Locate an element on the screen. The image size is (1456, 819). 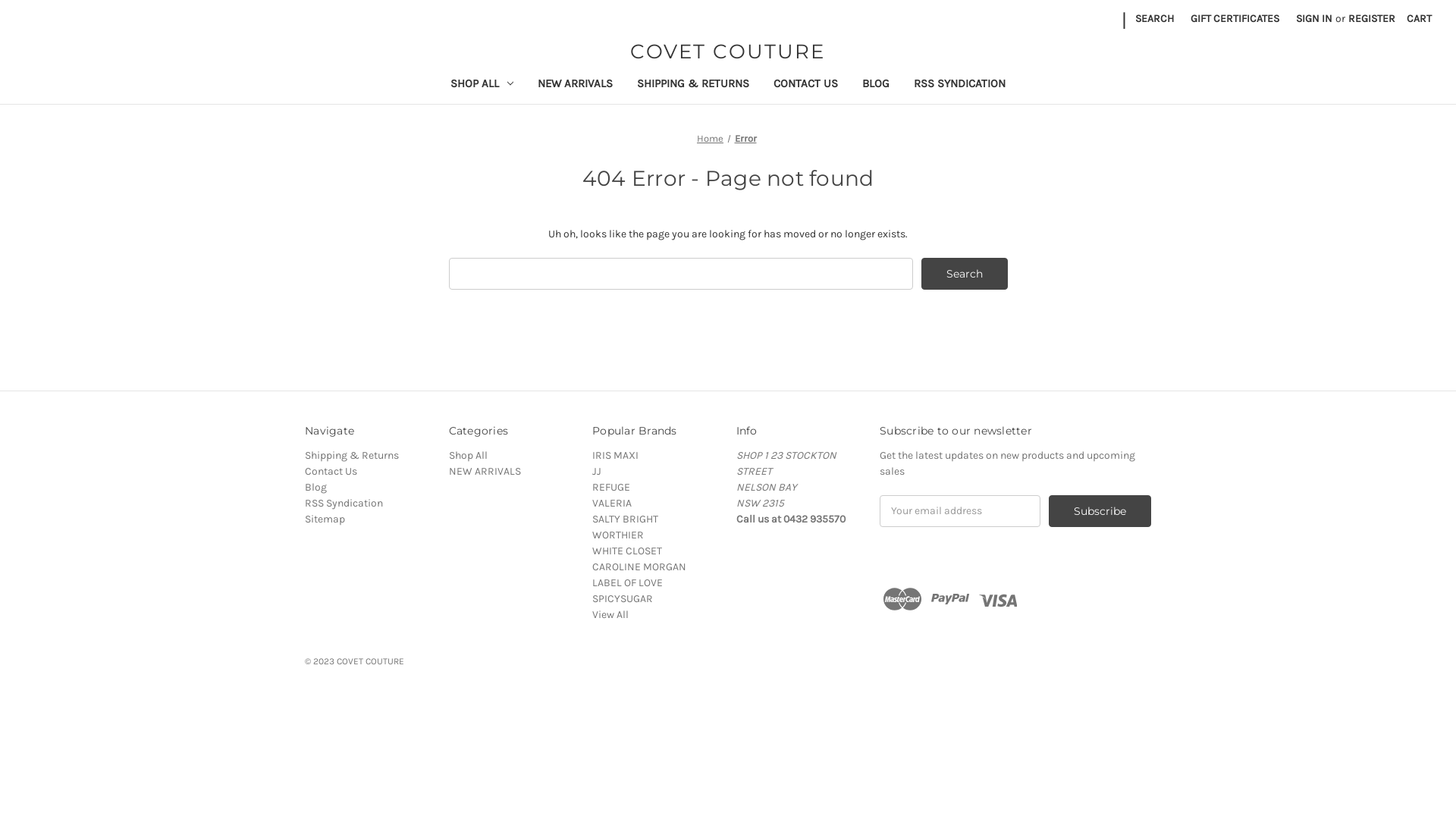
'GIFT CERTIFICATES' is located at coordinates (1181, 18).